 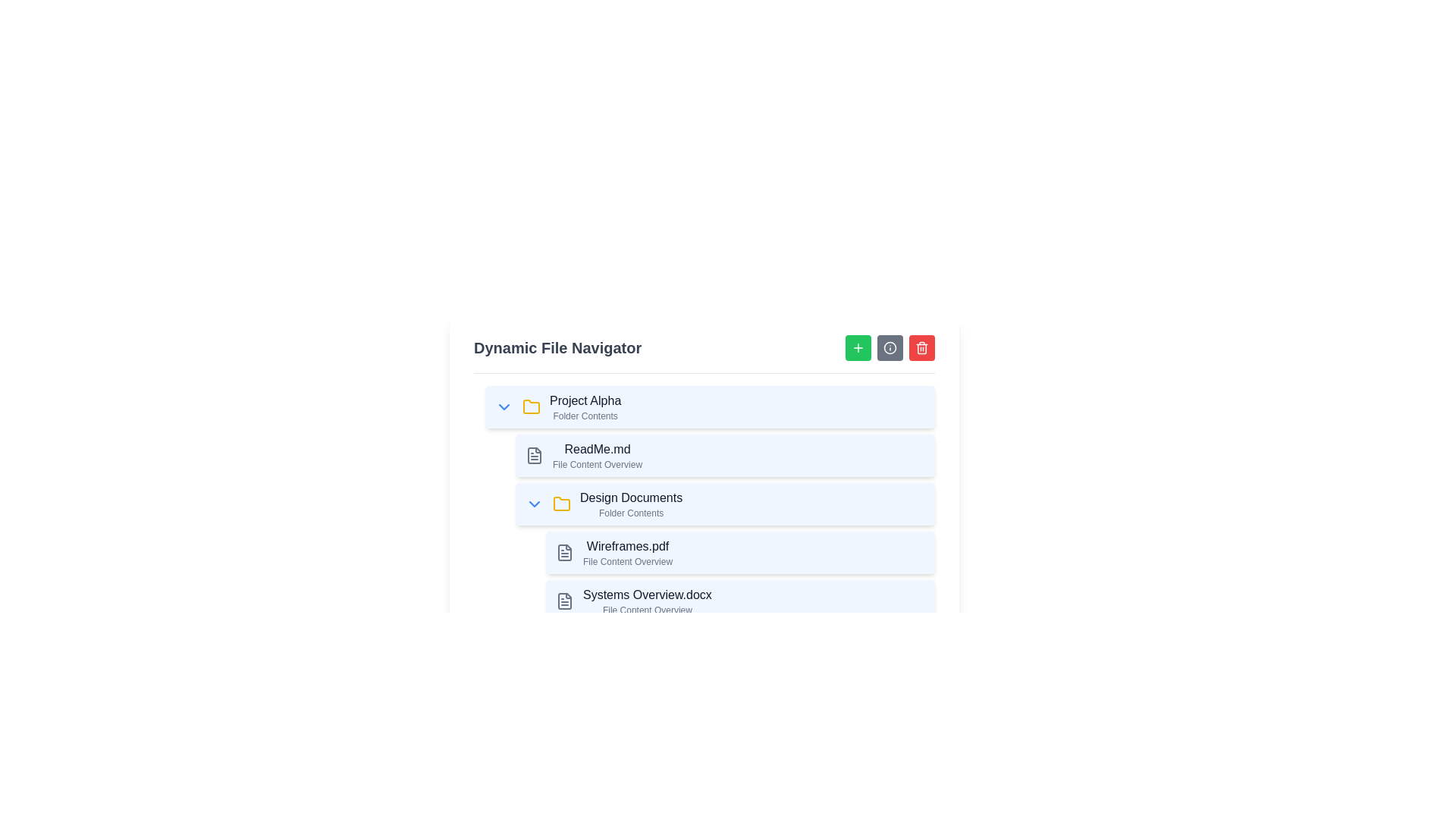 I want to click on the Text label displaying the file name 'ReadMe.md', so click(x=596, y=449).